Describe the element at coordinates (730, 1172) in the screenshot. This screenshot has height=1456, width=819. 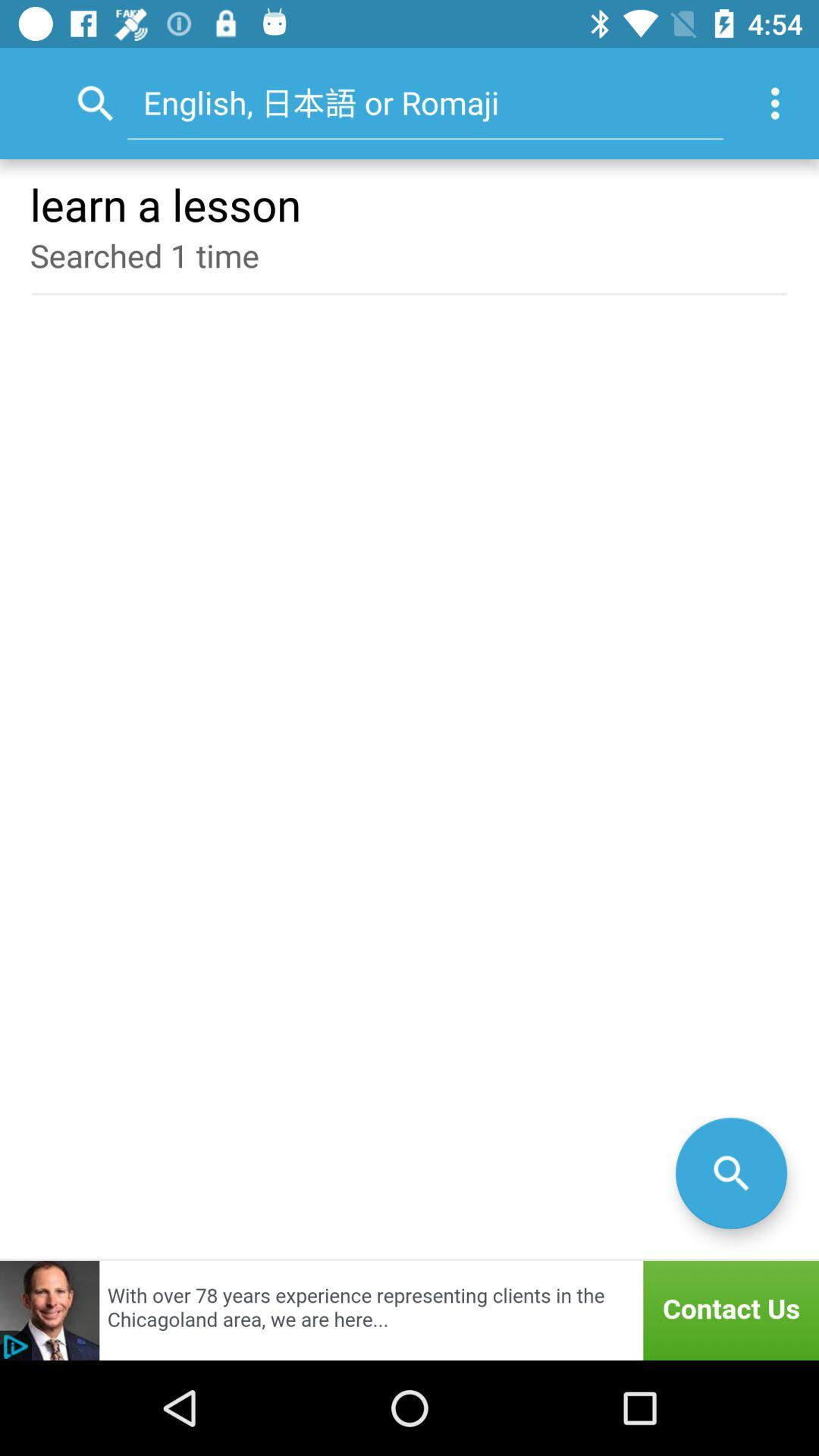
I see `the search icon` at that location.